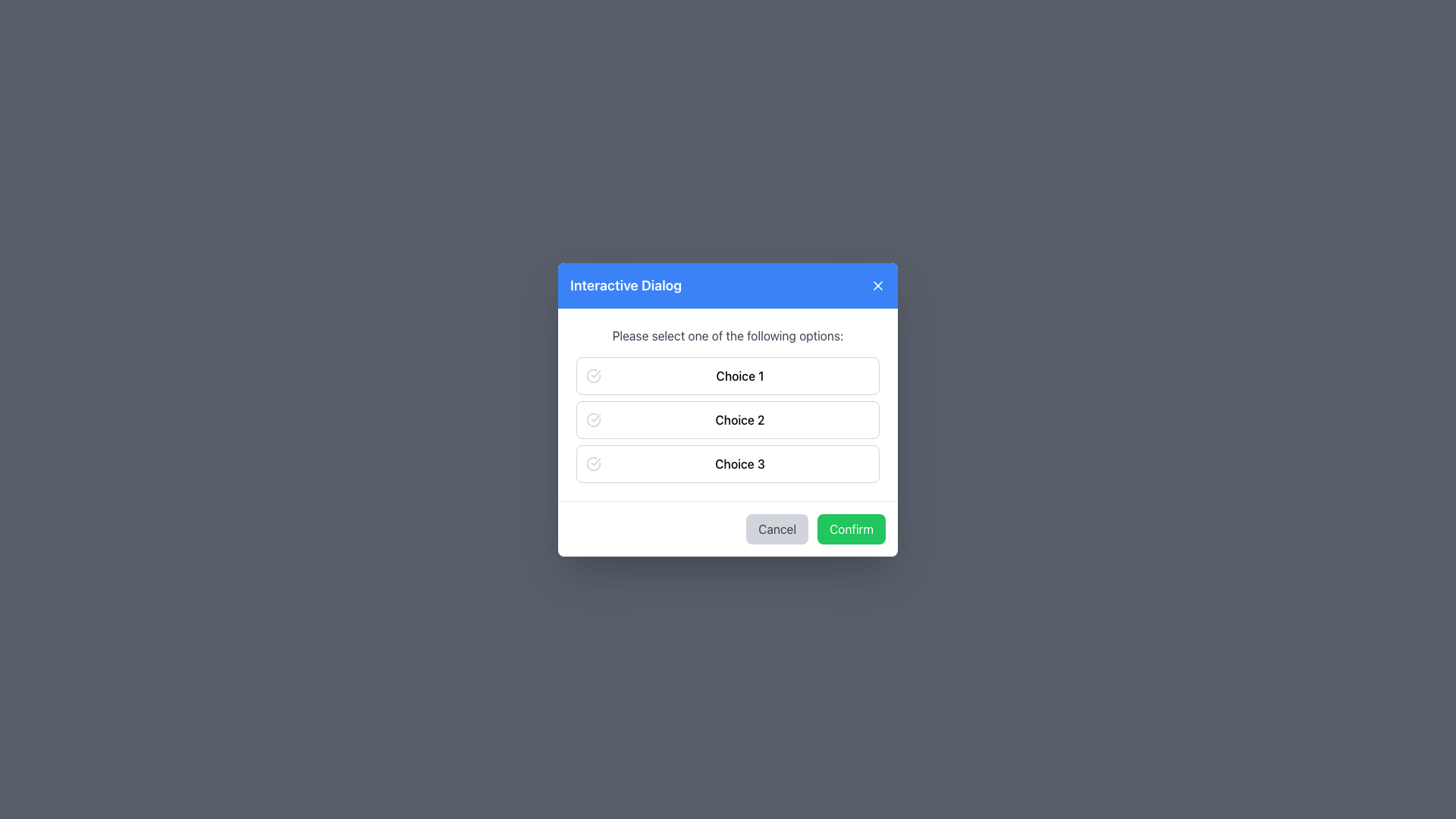 The image size is (1456, 819). Describe the element at coordinates (728, 419) in the screenshot. I see `the selectable list item labeled 'Choice 2', which features a checkmark icon and is styled with rounded corners, located in a vertical list of options` at that location.